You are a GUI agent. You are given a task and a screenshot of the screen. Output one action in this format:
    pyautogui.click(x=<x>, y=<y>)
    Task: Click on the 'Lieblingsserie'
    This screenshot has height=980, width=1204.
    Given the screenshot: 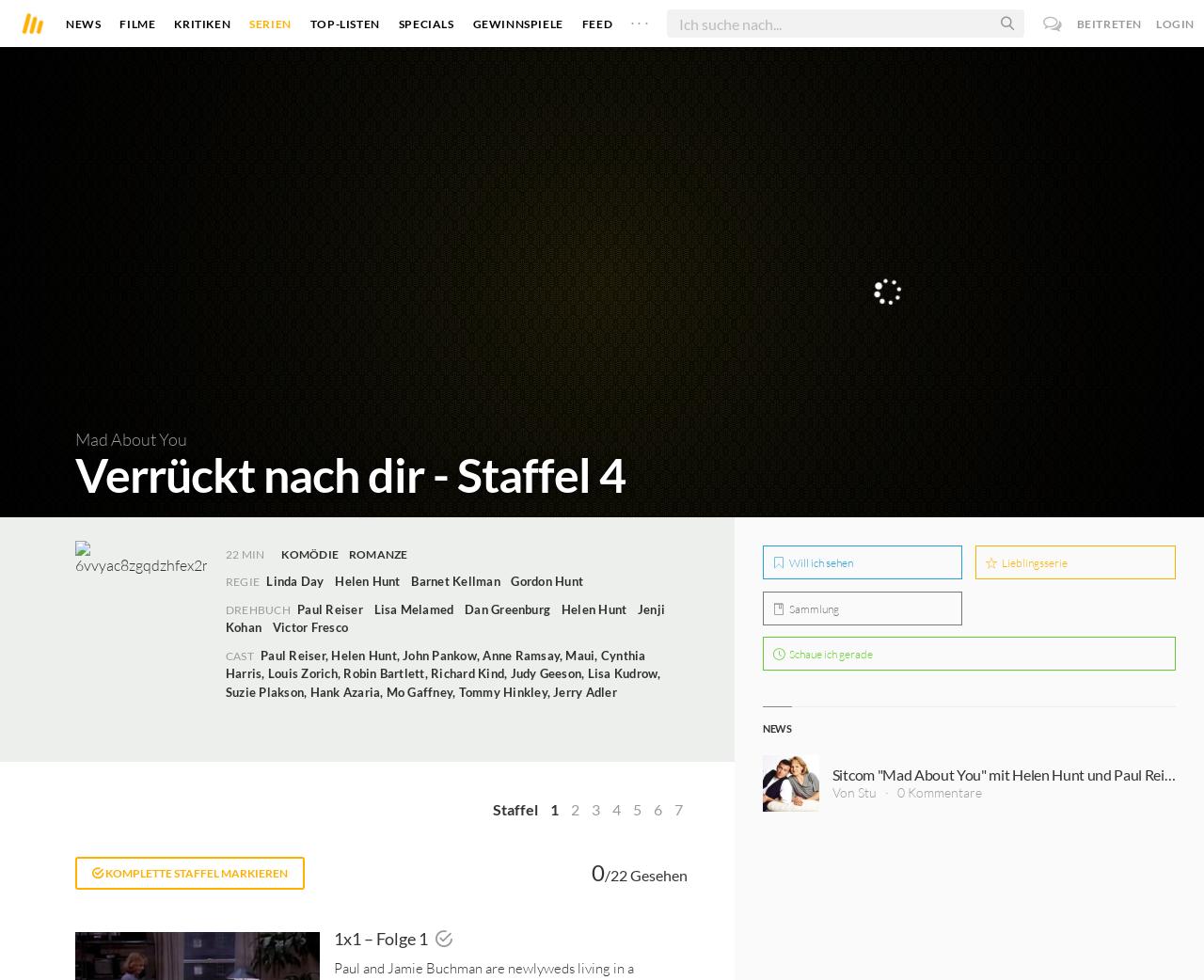 What is the action you would take?
    pyautogui.click(x=1033, y=561)
    